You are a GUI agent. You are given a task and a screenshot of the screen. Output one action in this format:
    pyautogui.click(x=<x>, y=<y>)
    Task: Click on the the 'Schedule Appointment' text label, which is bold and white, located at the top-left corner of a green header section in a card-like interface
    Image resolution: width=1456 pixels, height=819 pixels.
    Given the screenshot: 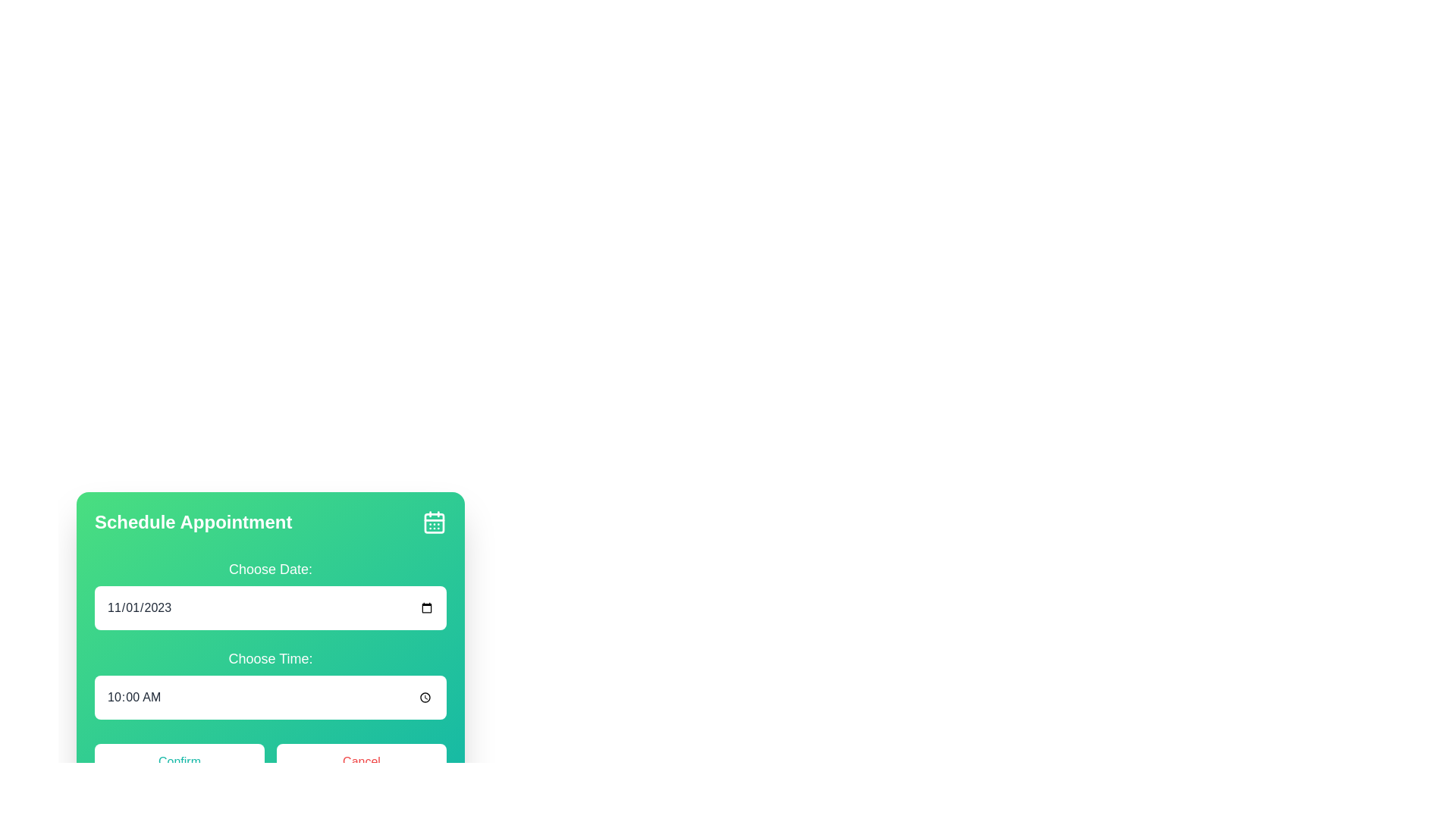 What is the action you would take?
    pyautogui.click(x=193, y=522)
    